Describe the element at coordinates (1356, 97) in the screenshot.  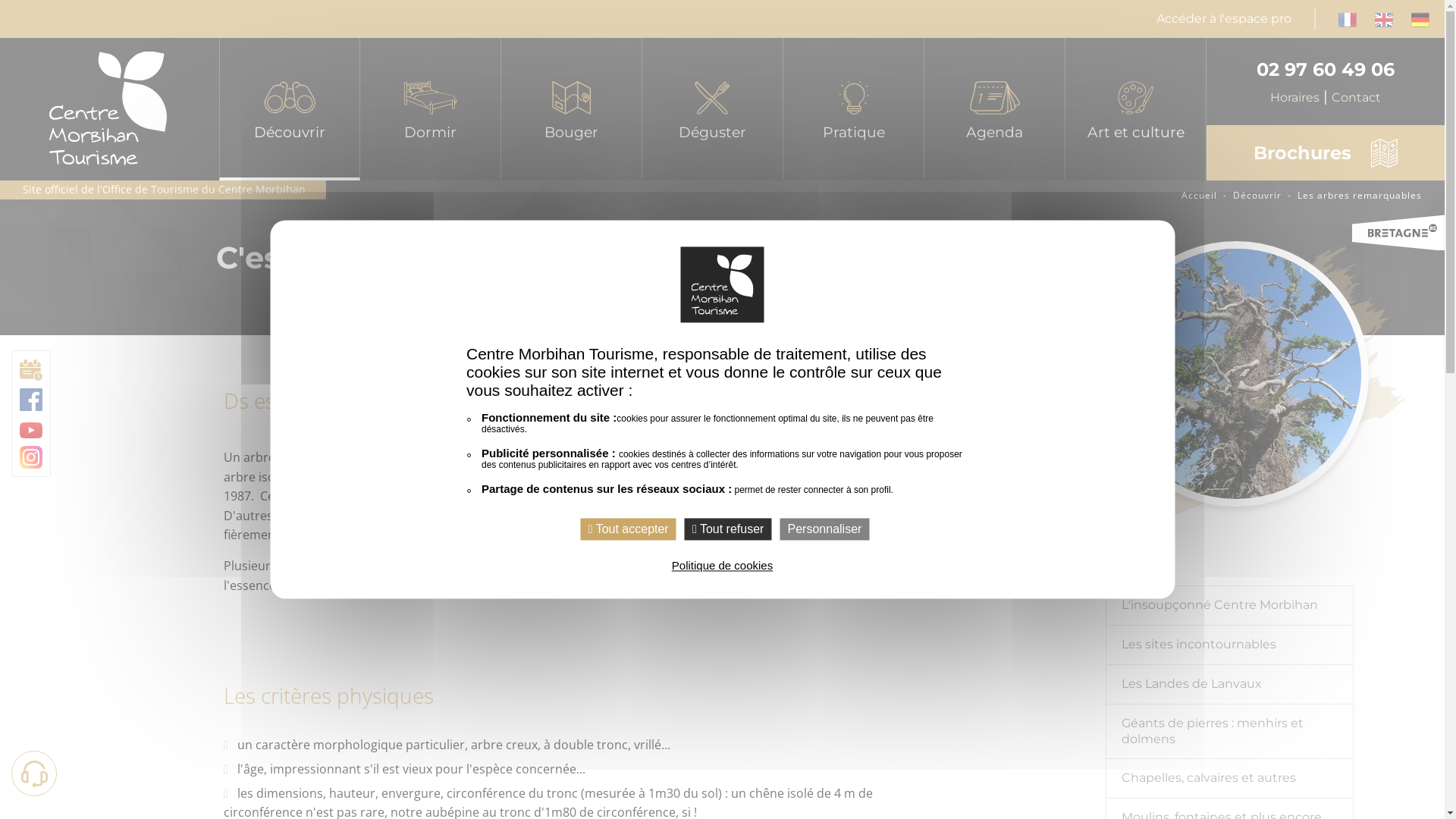
I see `'Contact'` at that location.